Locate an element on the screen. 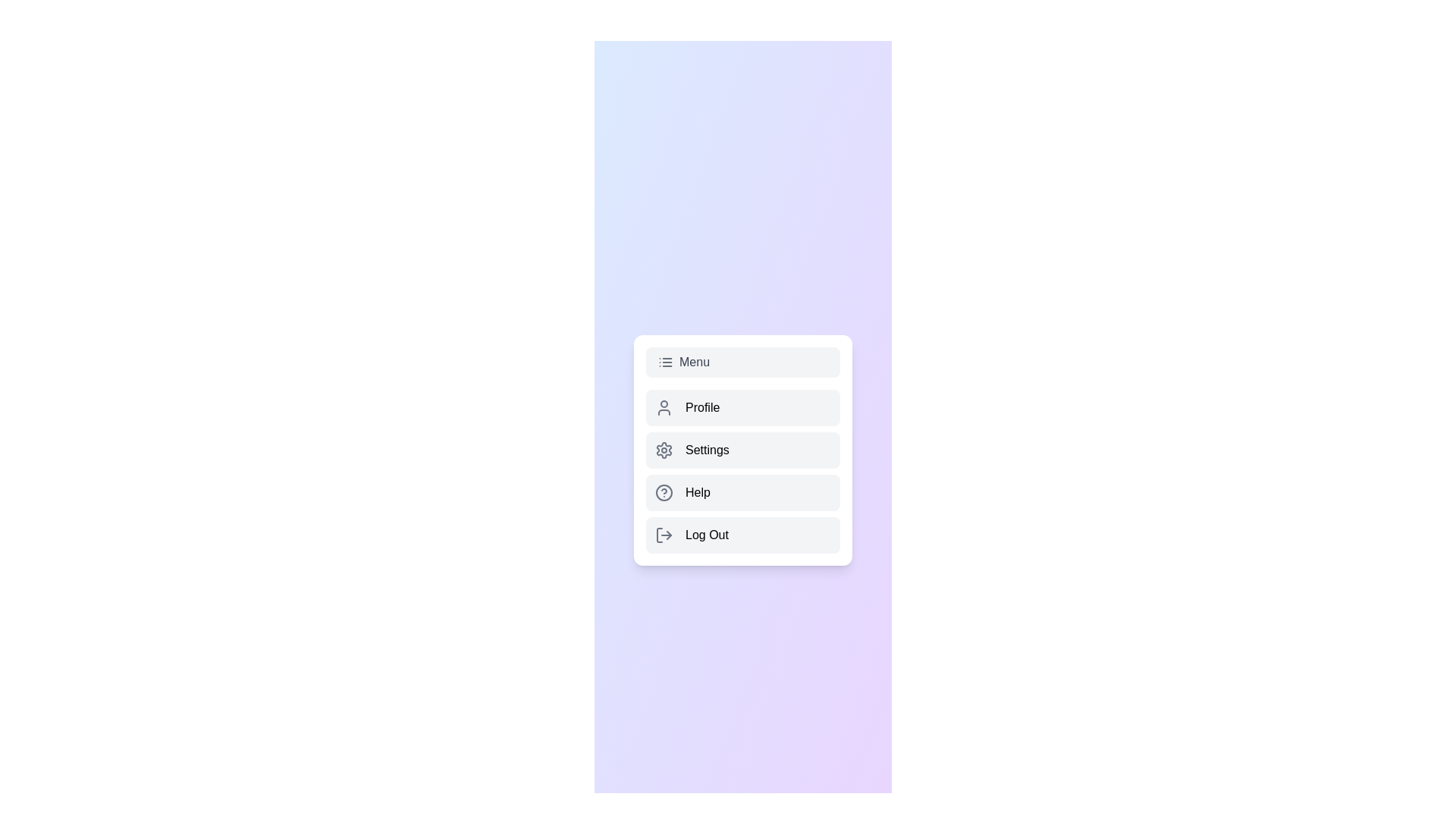  the 'Settings' button is located at coordinates (742, 450).